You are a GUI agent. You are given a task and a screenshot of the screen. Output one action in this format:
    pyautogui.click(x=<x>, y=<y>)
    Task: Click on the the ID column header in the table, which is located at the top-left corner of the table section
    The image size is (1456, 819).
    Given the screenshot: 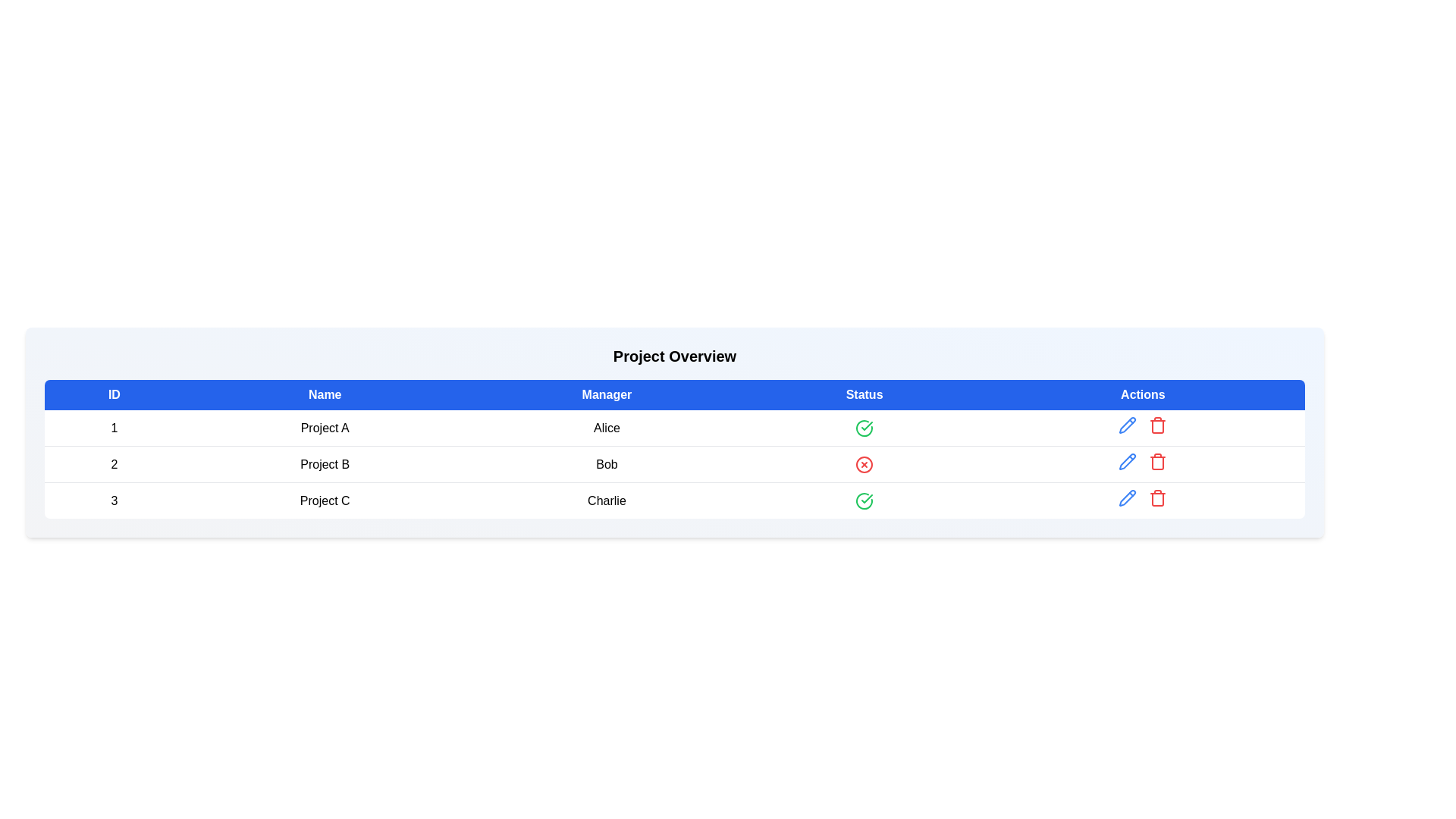 What is the action you would take?
    pyautogui.click(x=113, y=394)
    